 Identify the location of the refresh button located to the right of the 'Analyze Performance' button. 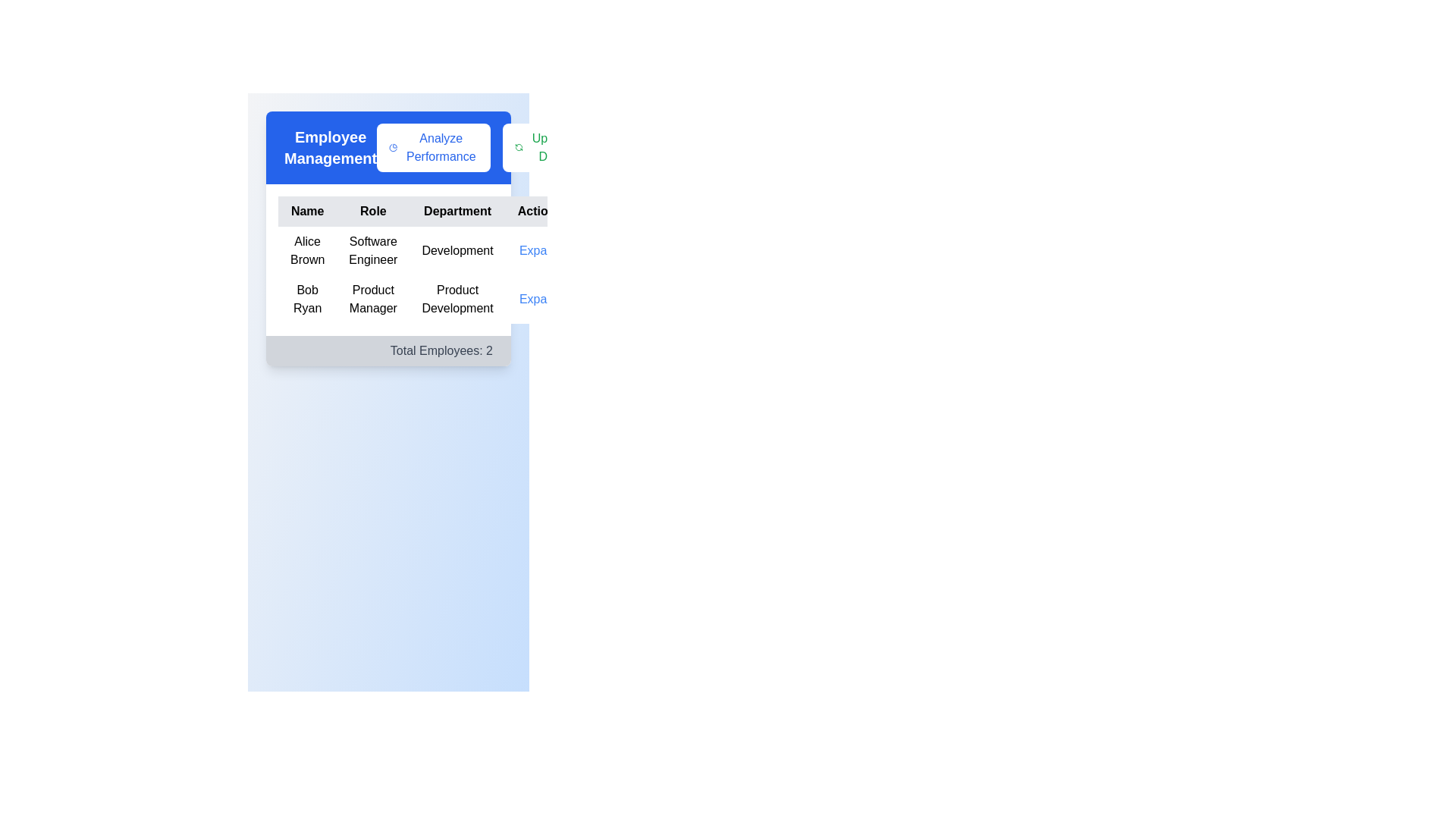
(544, 148).